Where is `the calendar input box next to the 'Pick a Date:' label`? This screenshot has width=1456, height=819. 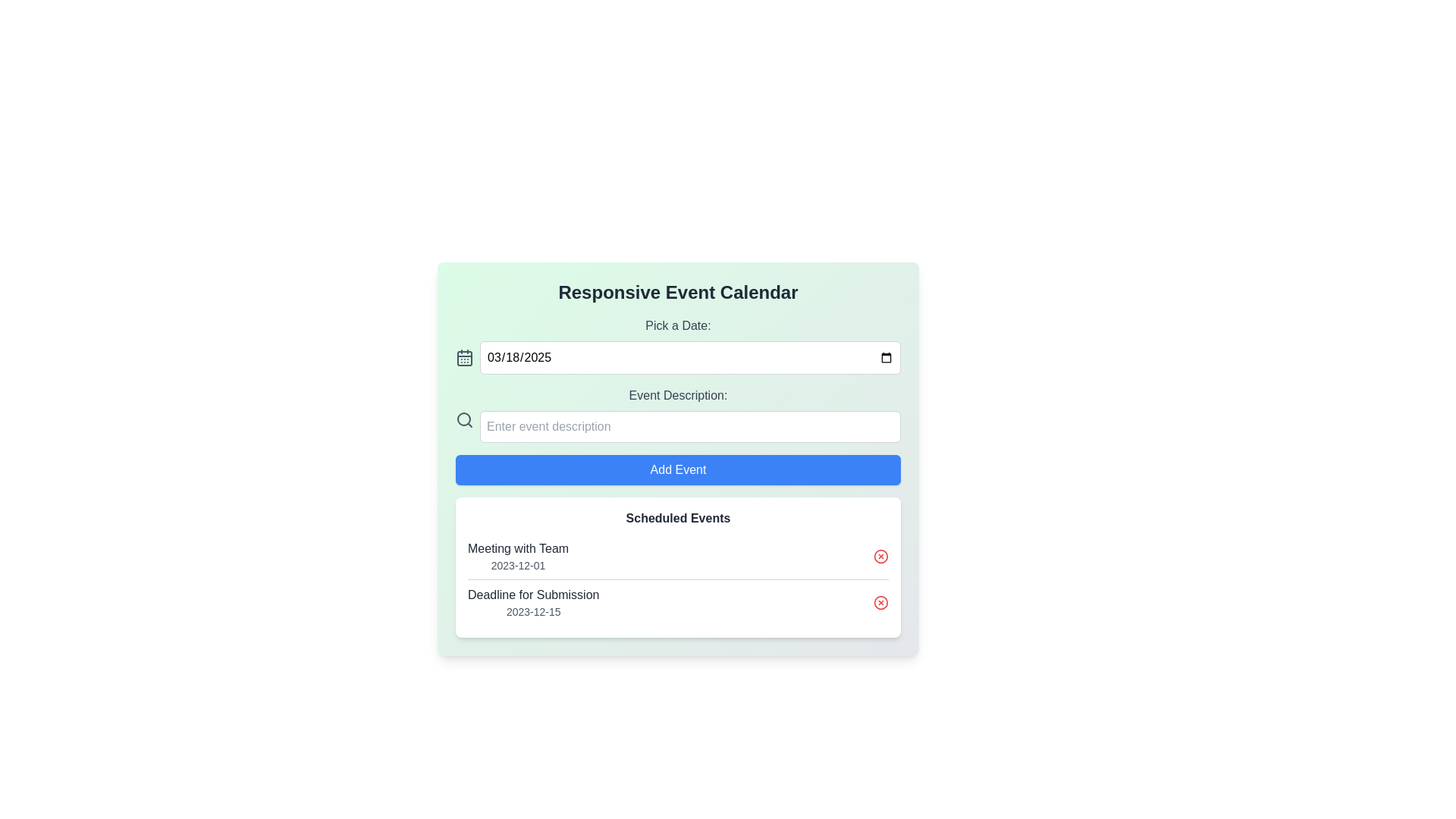
the calendar input box next to the 'Pick a Date:' label is located at coordinates (677, 345).